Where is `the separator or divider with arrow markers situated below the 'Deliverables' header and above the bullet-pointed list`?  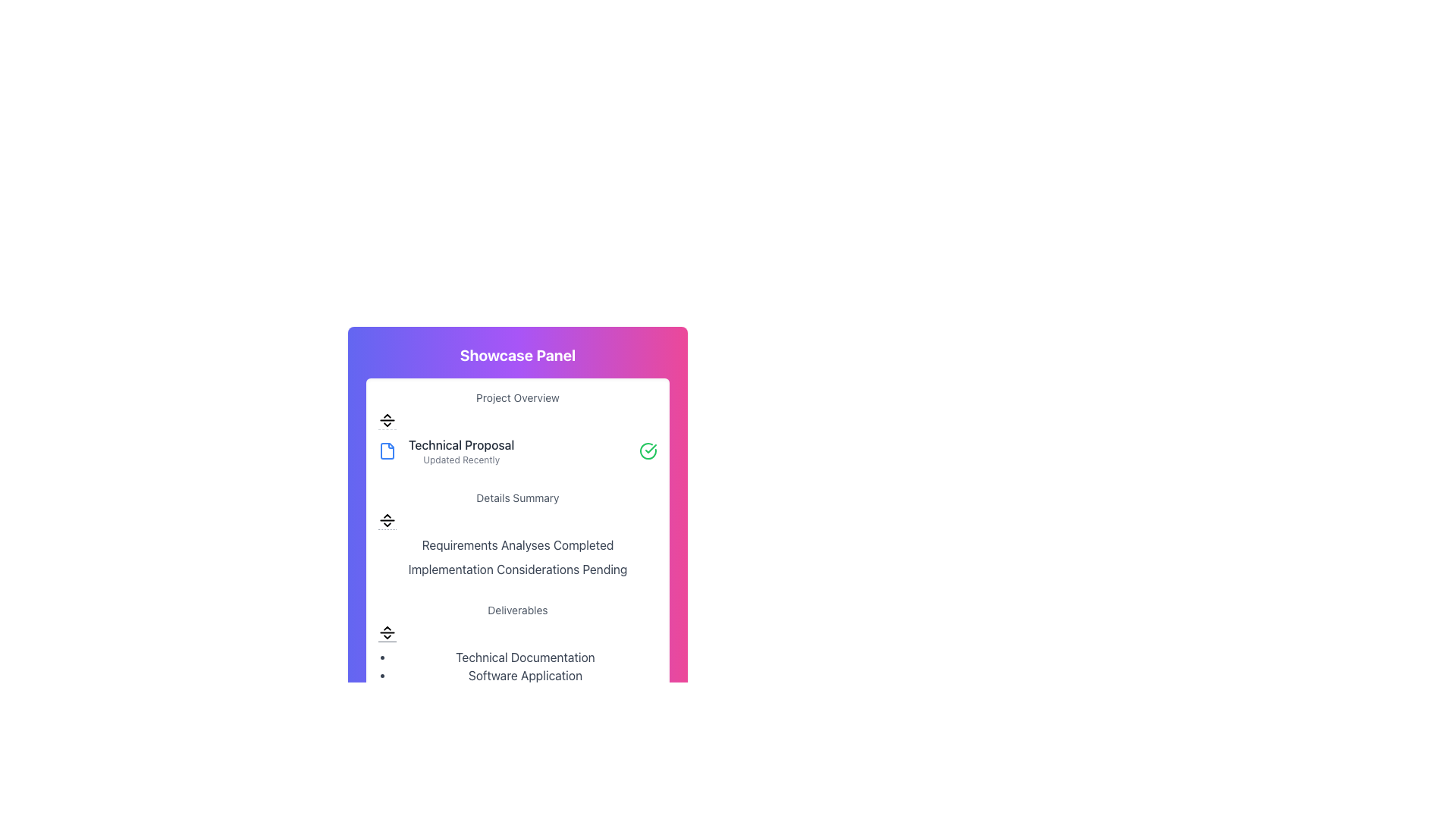 the separator or divider with arrow markers situated below the 'Deliverables' header and above the bullet-pointed list is located at coordinates (387, 632).